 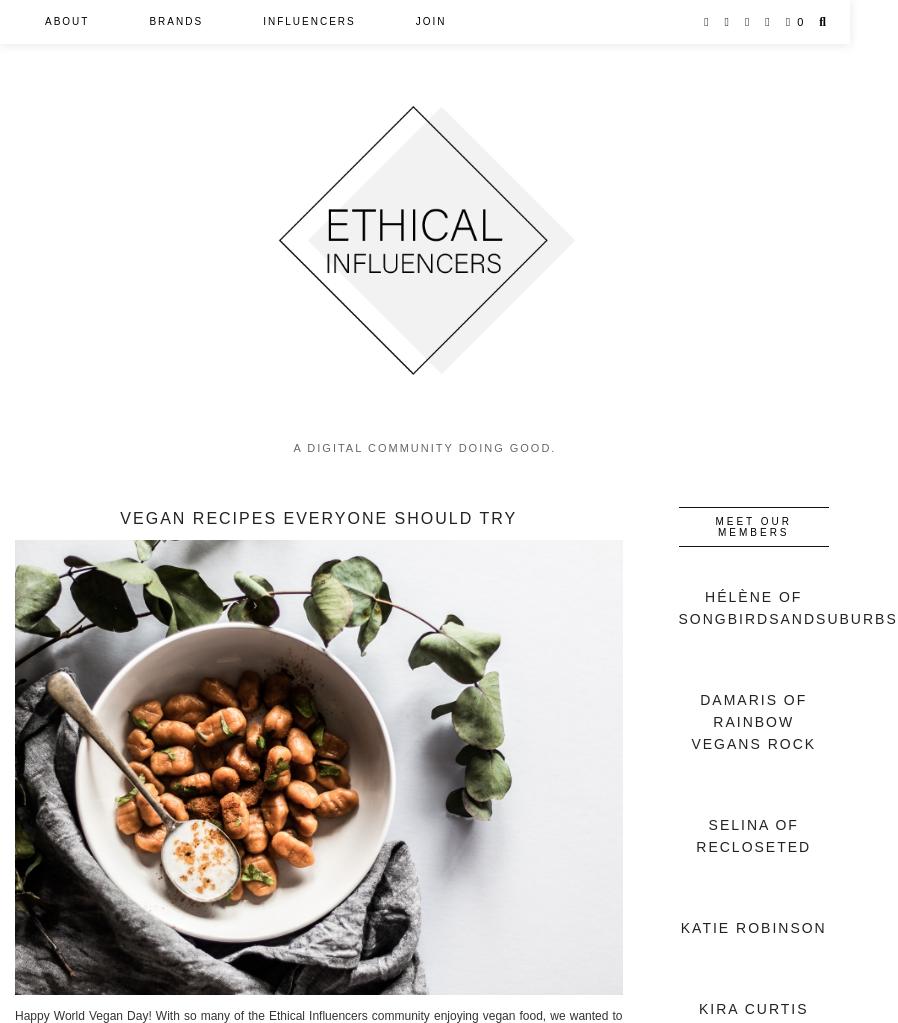 I want to click on 'Vegan Recipes Everyone Should Try', so click(x=318, y=516).